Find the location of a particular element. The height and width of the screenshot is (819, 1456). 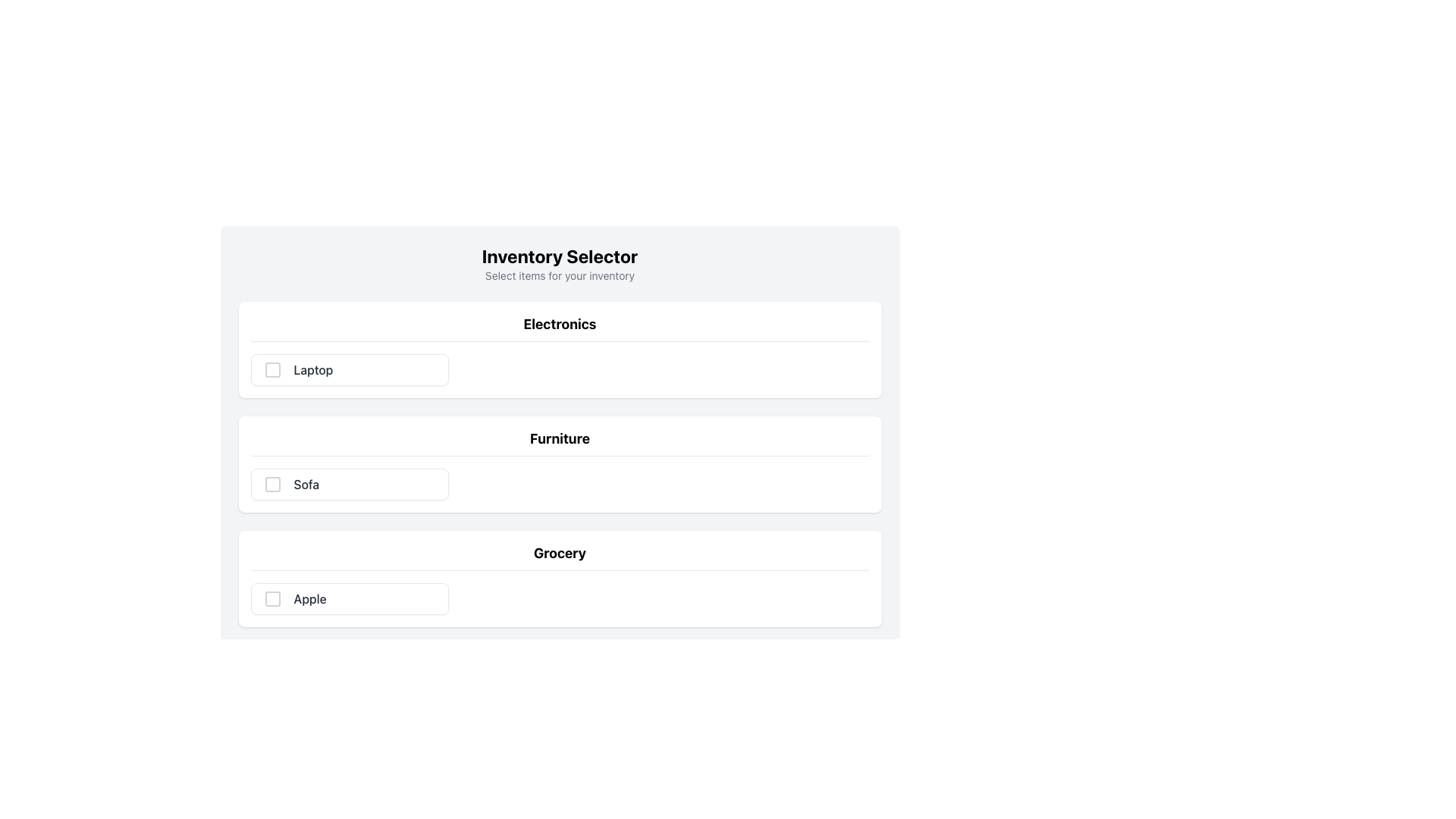

the unselected checkbox located to the left of the 'Laptop' text is located at coordinates (272, 370).